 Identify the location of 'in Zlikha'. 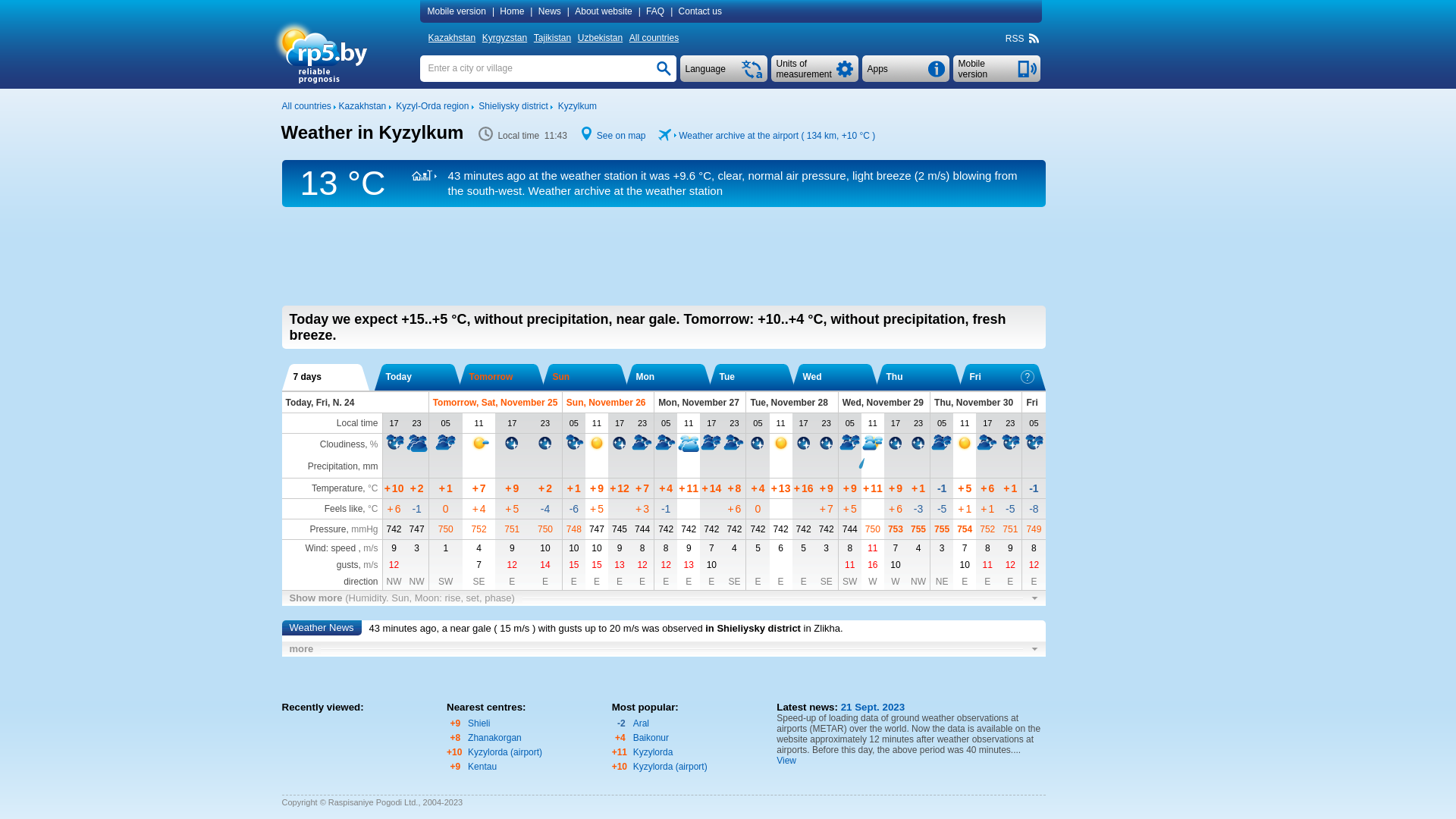
(821, 628).